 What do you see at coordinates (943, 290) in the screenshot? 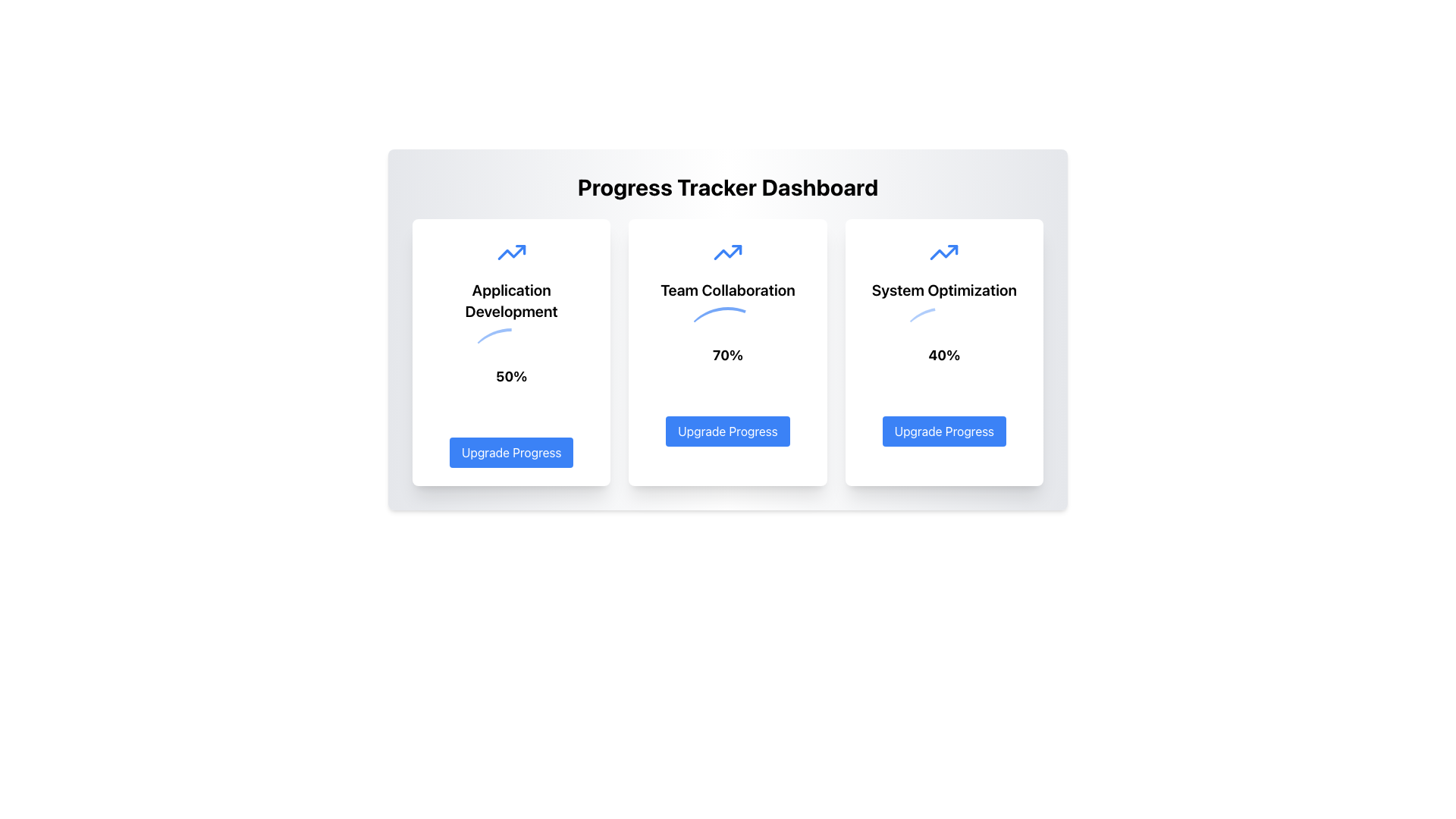
I see `the text label displaying 'System Optimization', which is centrally positioned in the rightmost card under a blue arrow icon` at bounding box center [943, 290].